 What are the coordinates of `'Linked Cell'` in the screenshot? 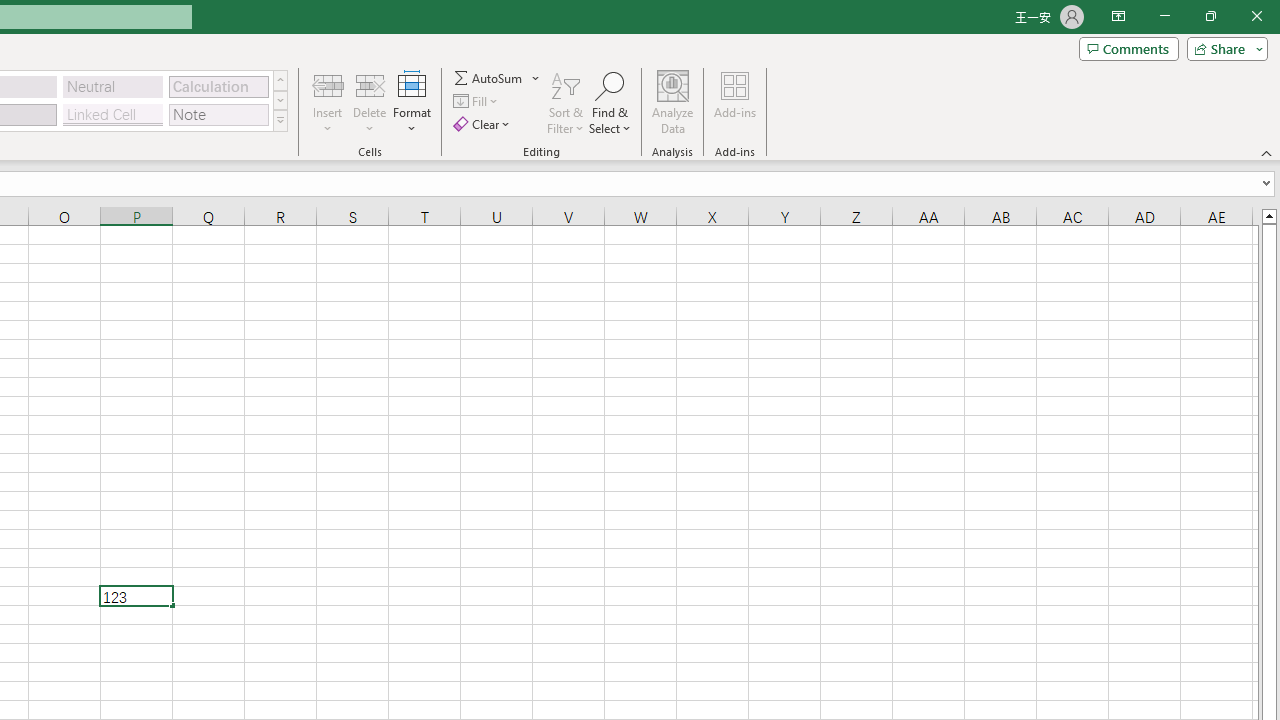 It's located at (112, 114).